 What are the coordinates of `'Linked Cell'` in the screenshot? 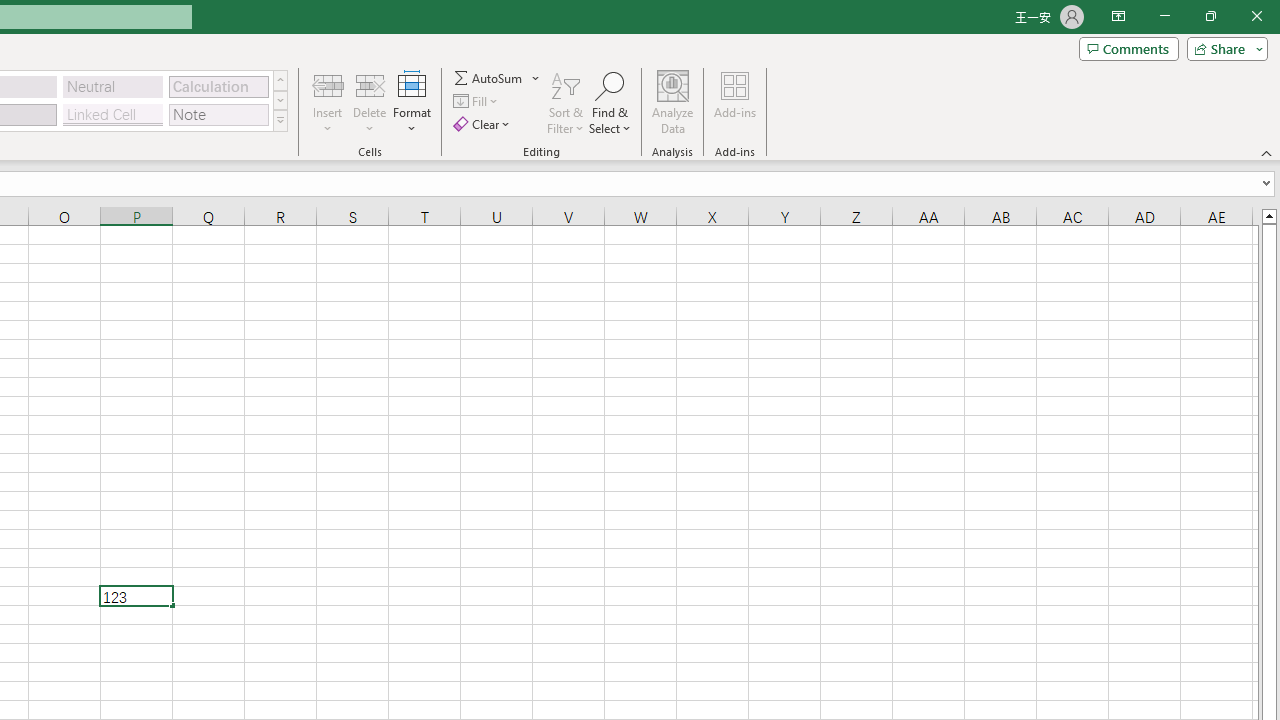 It's located at (112, 114).